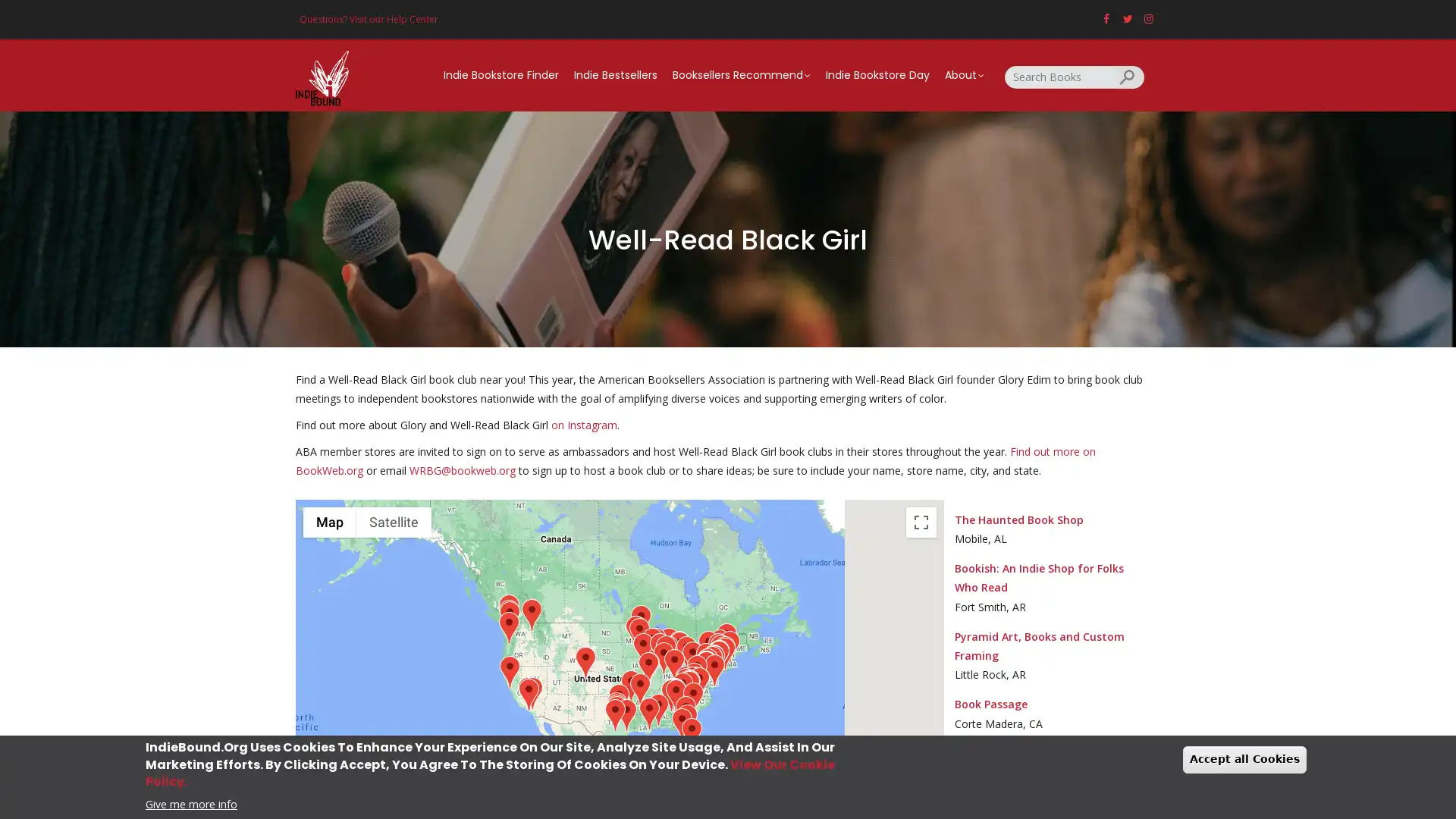  What do you see at coordinates (704, 666) in the screenshot?
I see `East City Bookshop` at bounding box center [704, 666].